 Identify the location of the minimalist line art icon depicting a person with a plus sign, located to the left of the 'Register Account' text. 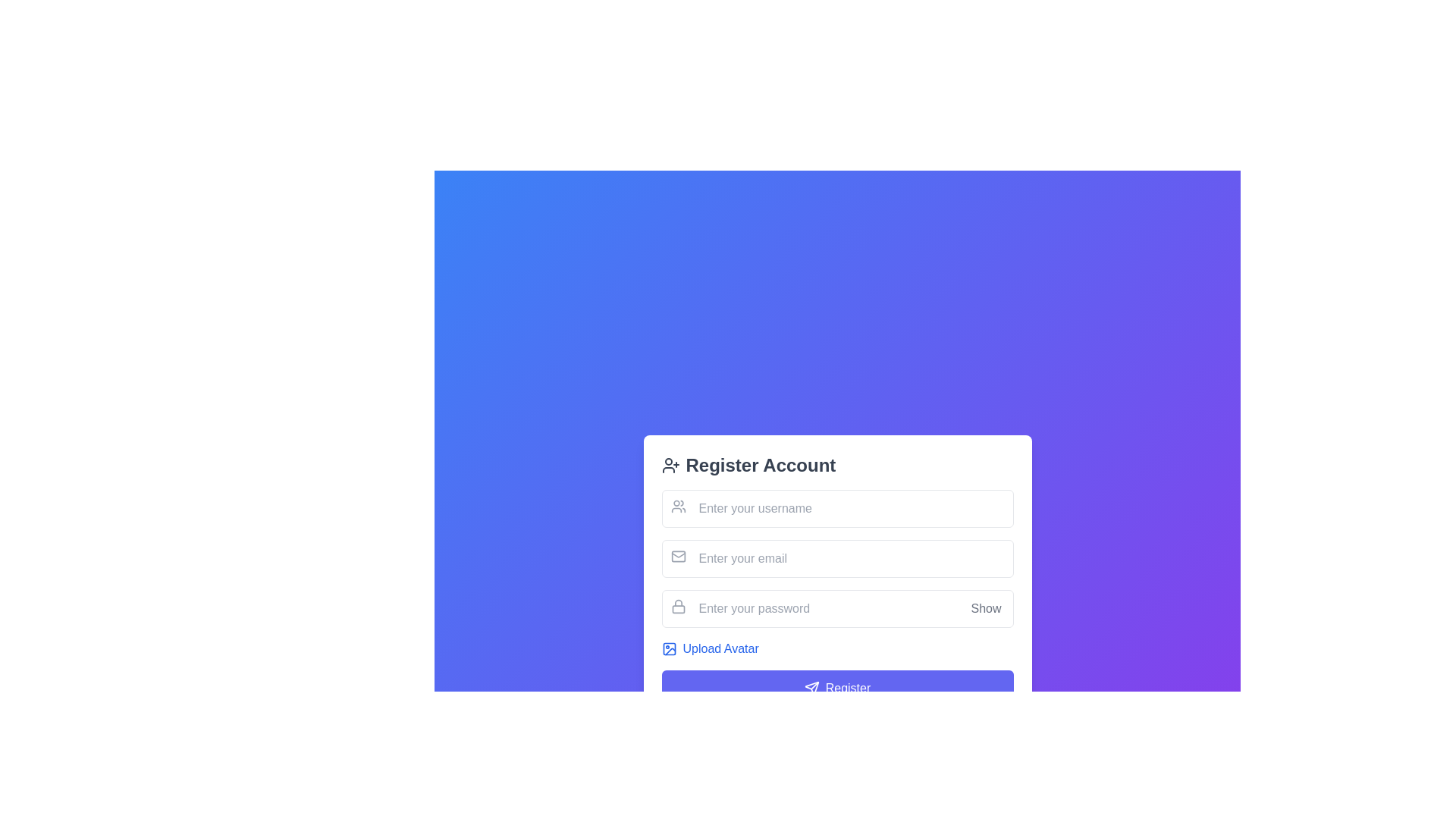
(670, 464).